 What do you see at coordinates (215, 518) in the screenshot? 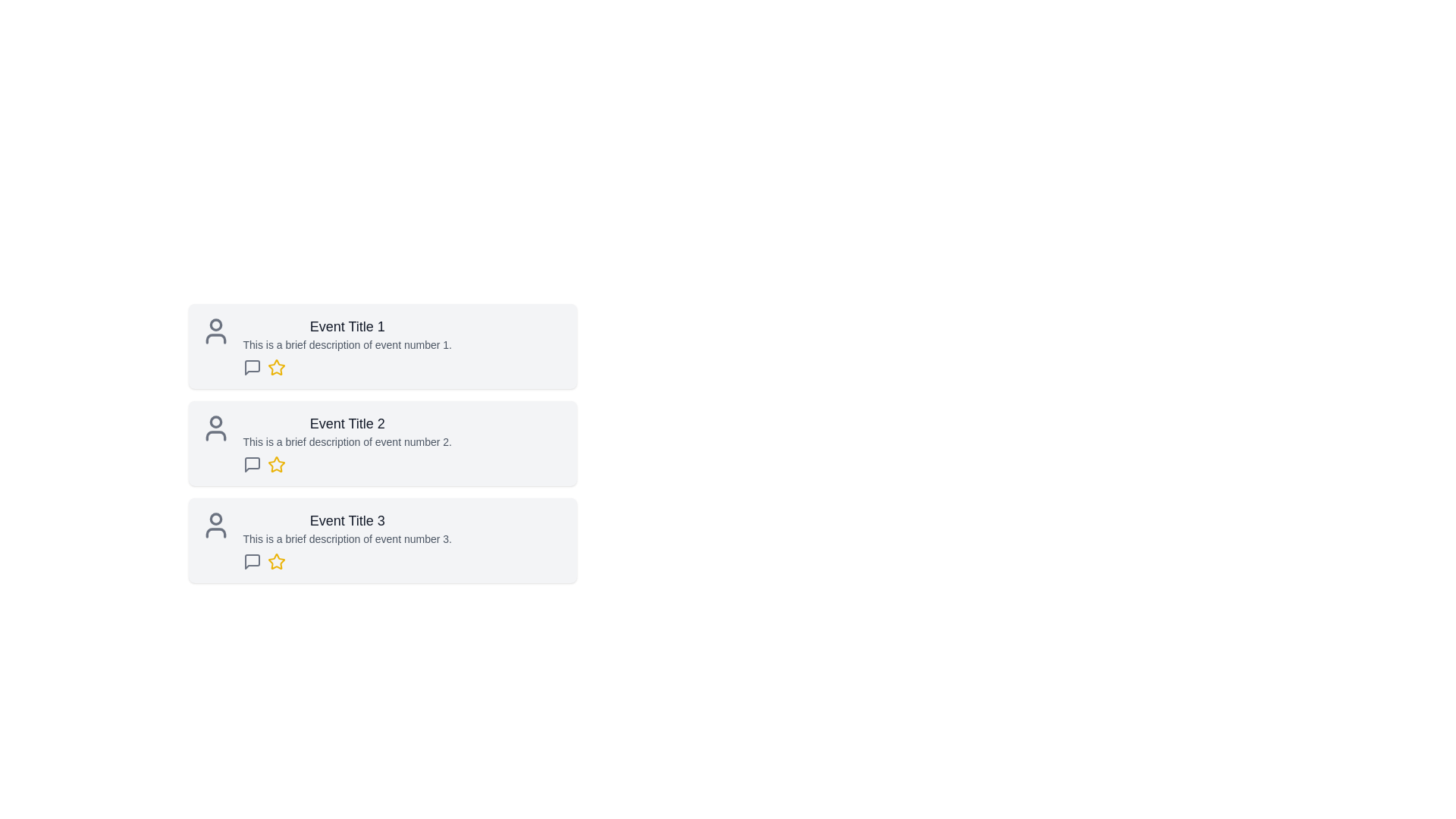
I see `the circular graphic representing the head in the profile icon of the third event card` at bounding box center [215, 518].